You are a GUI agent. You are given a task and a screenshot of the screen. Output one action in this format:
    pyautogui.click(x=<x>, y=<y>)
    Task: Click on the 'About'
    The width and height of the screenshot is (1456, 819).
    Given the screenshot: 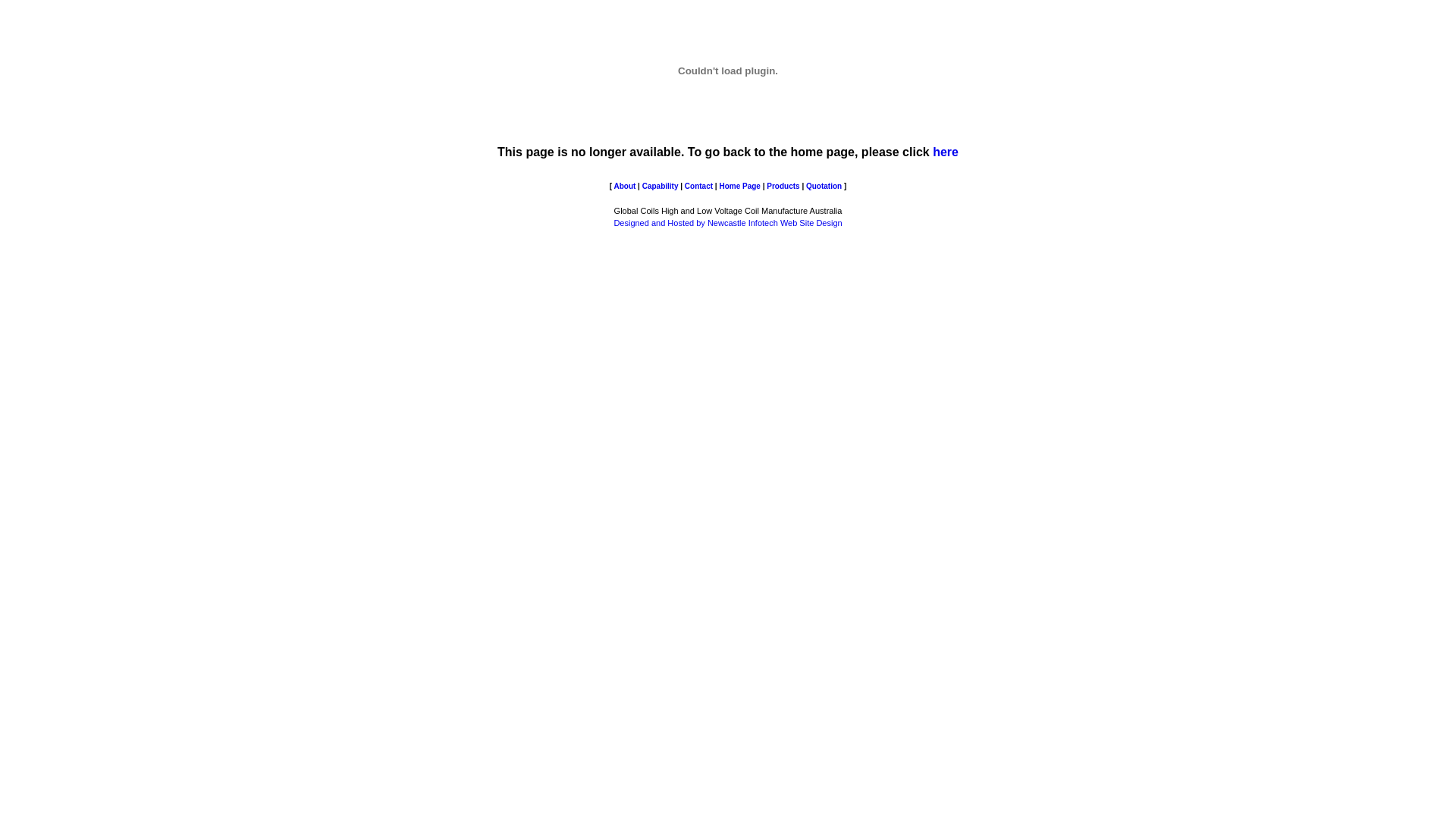 What is the action you would take?
    pyautogui.click(x=624, y=185)
    